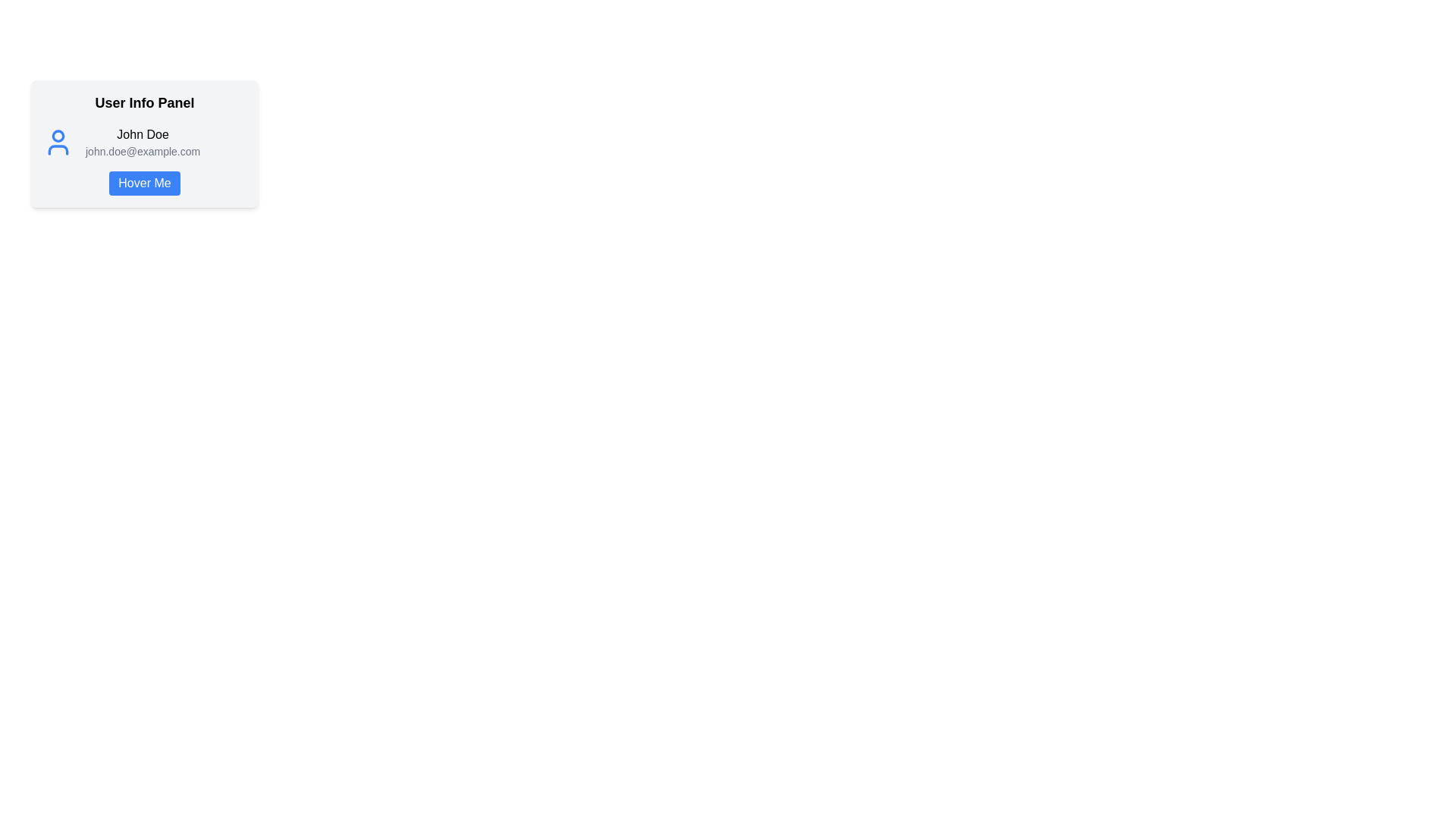  Describe the element at coordinates (58, 134) in the screenshot. I see `the upper circular shape of the user avatar icon, which visually represents the head in the SVG graphic` at that location.